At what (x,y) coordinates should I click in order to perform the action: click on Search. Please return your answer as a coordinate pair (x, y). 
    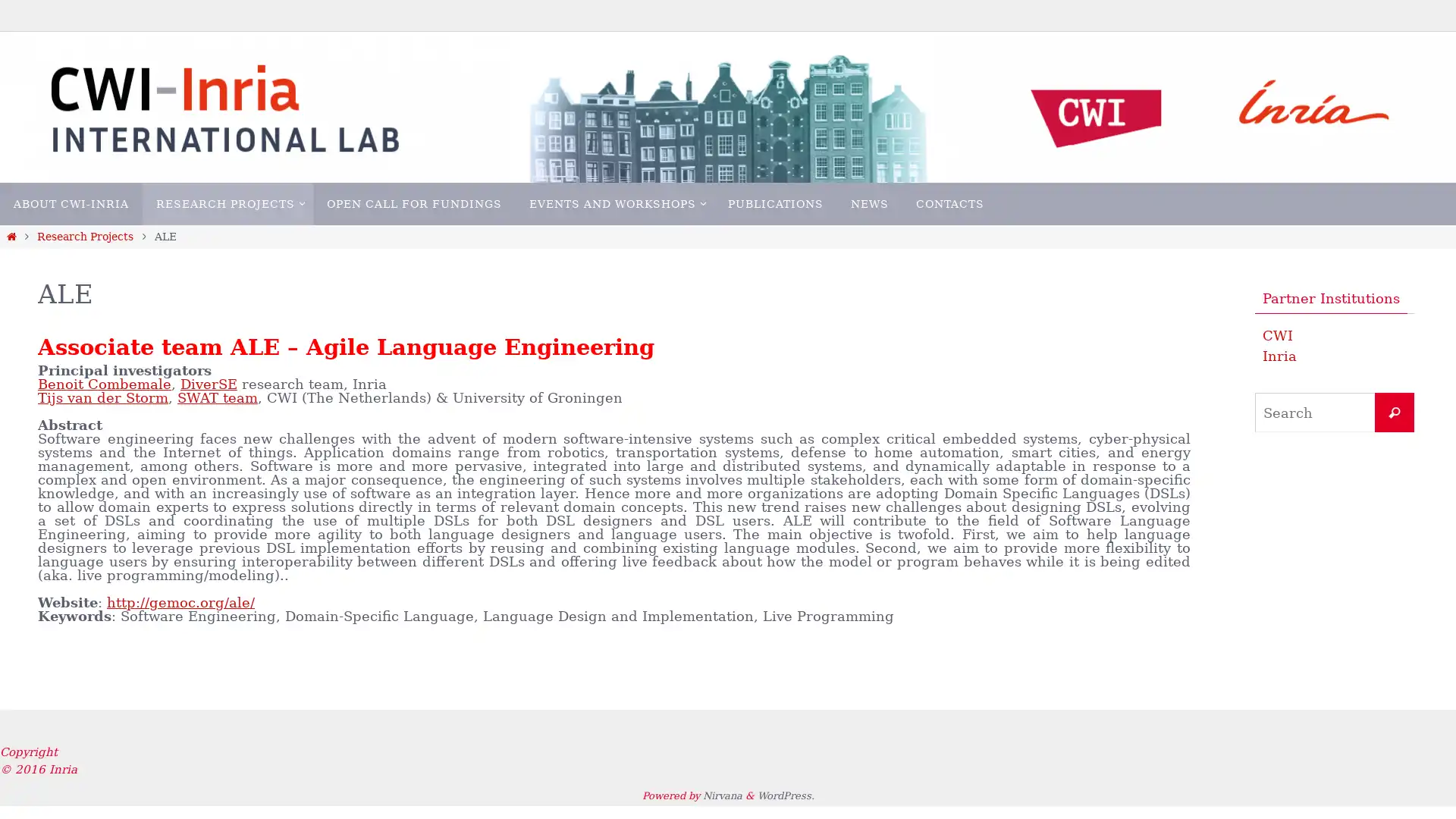
    Looking at the image, I should click on (1394, 412).